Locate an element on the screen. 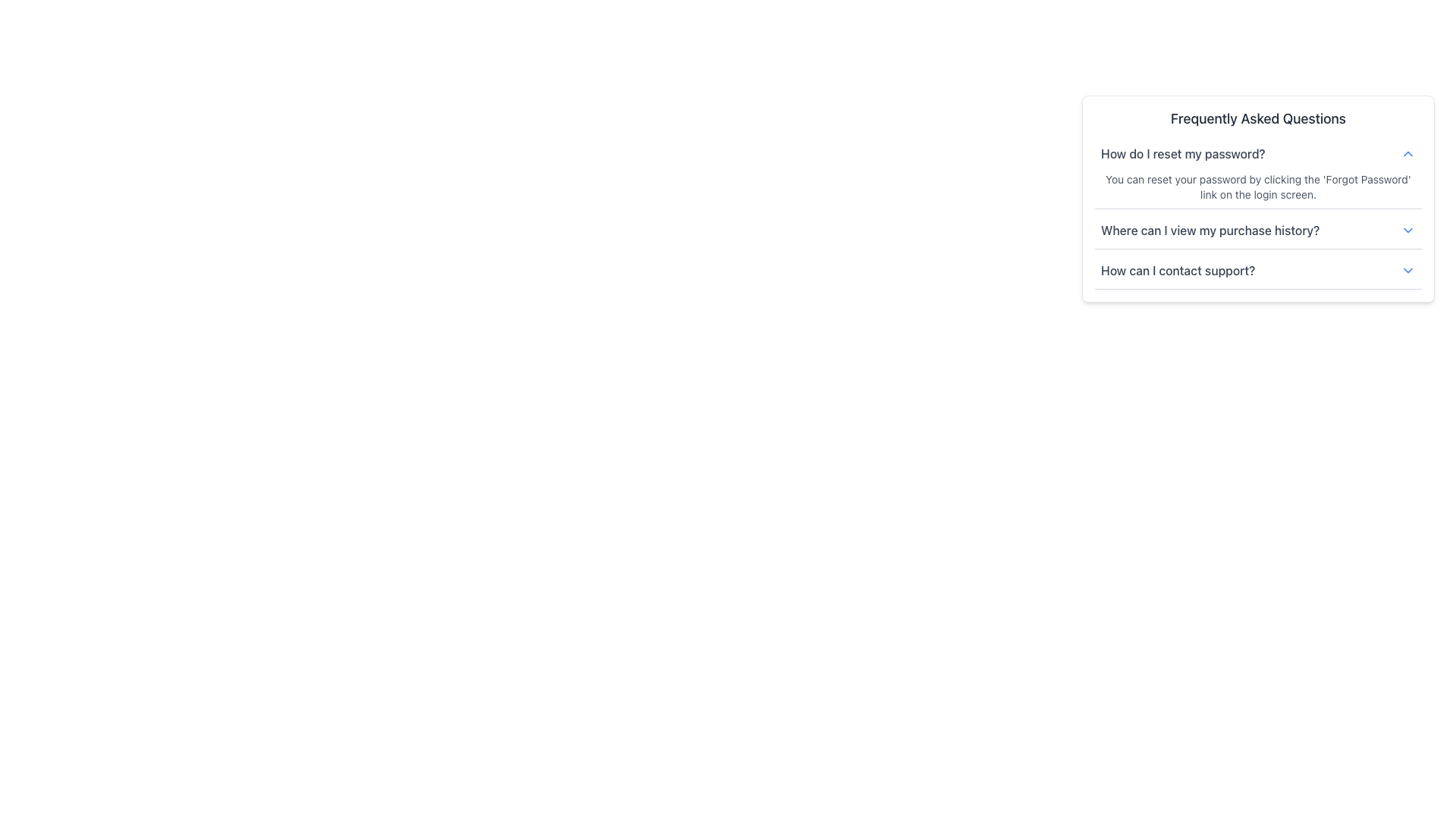  the second question in the FAQ list, which is titled 'Where can I view my purchase history?' is located at coordinates (1258, 234).